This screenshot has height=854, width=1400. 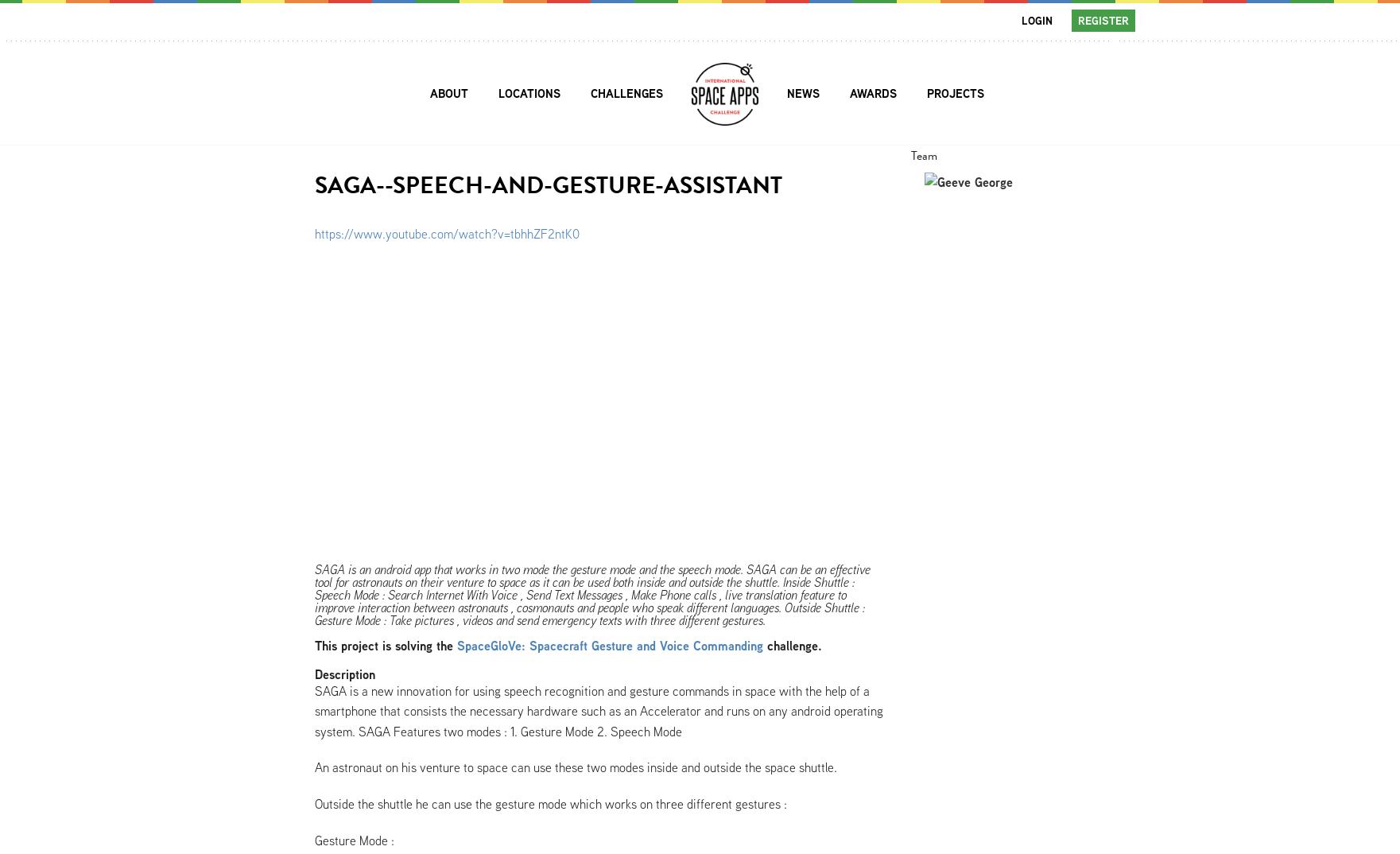 I want to click on 'About', so click(x=448, y=92).